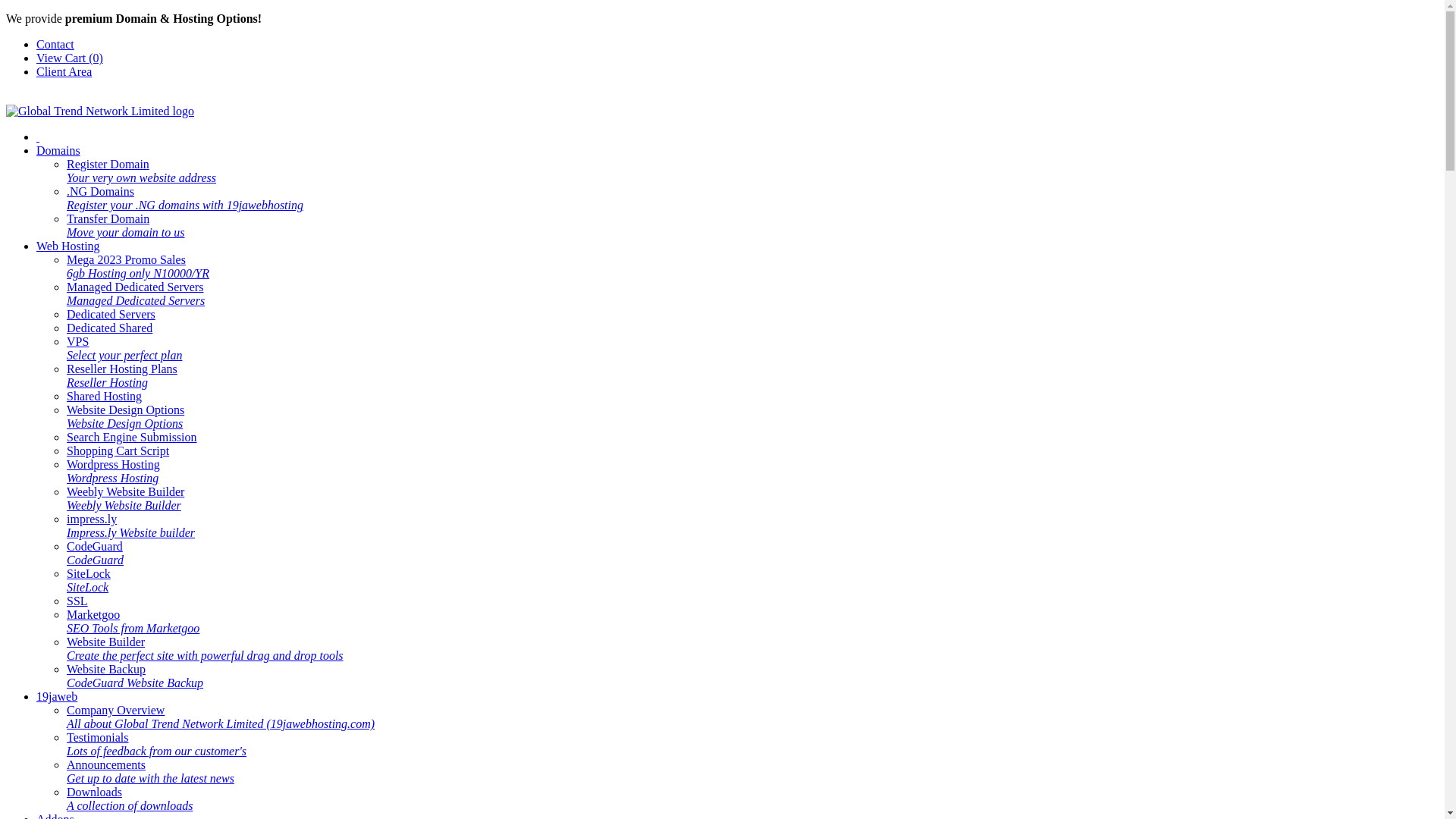 The image size is (1456, 819). I want to click on 'Domains', so click(58, 150).